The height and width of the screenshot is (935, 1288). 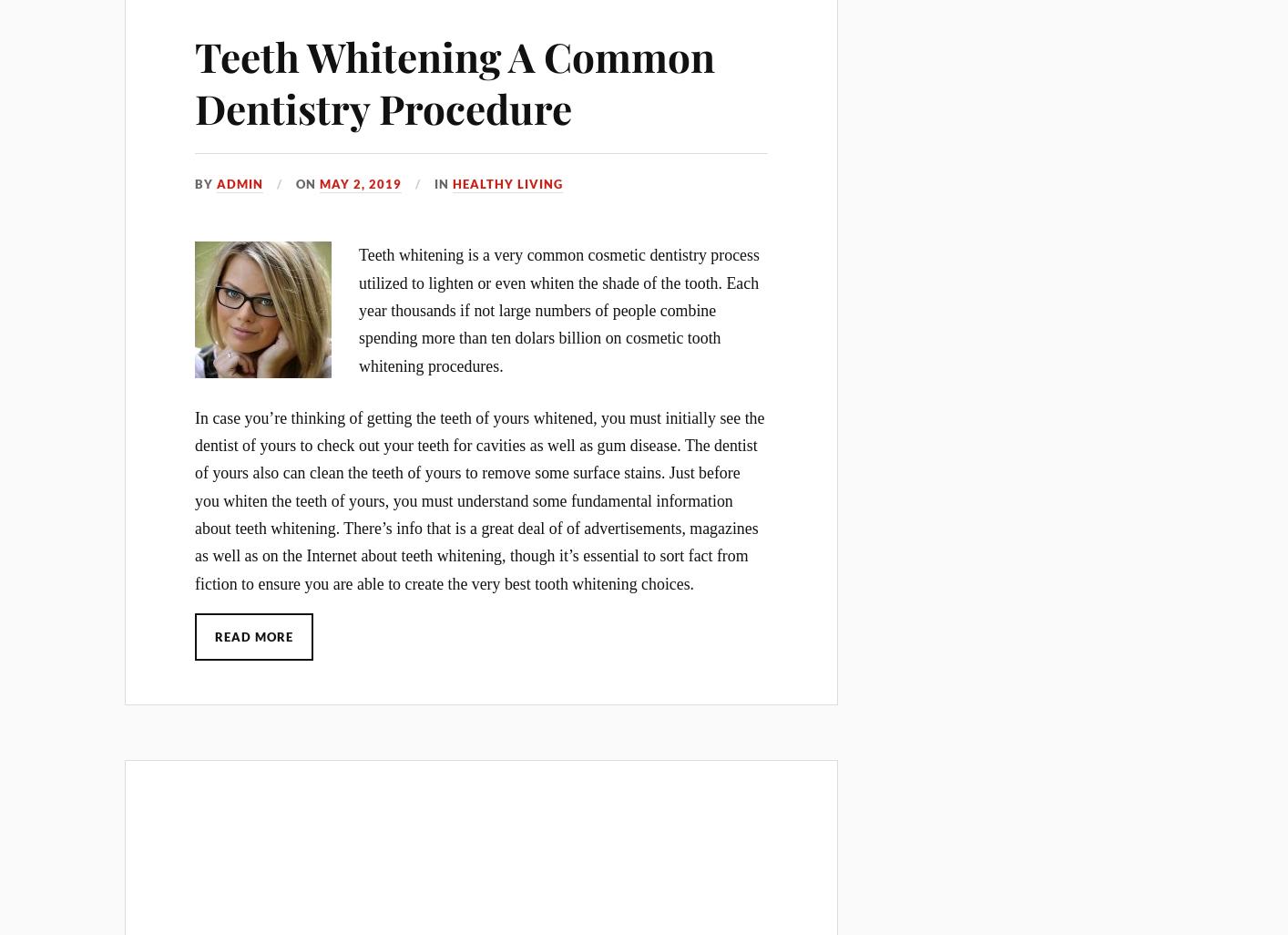 What do you see at coordinates (358, 310) in the screenshot?
I see `'Teeth whitening is a very common cosmetic dentistry process utilized to lighten or even whiten the shade of the tooth. Each year thousands if not large numbers of people combine spending more than ten dolars billion on cosmetic tooth whitening procedures.'` at bounding box center [358, 310].